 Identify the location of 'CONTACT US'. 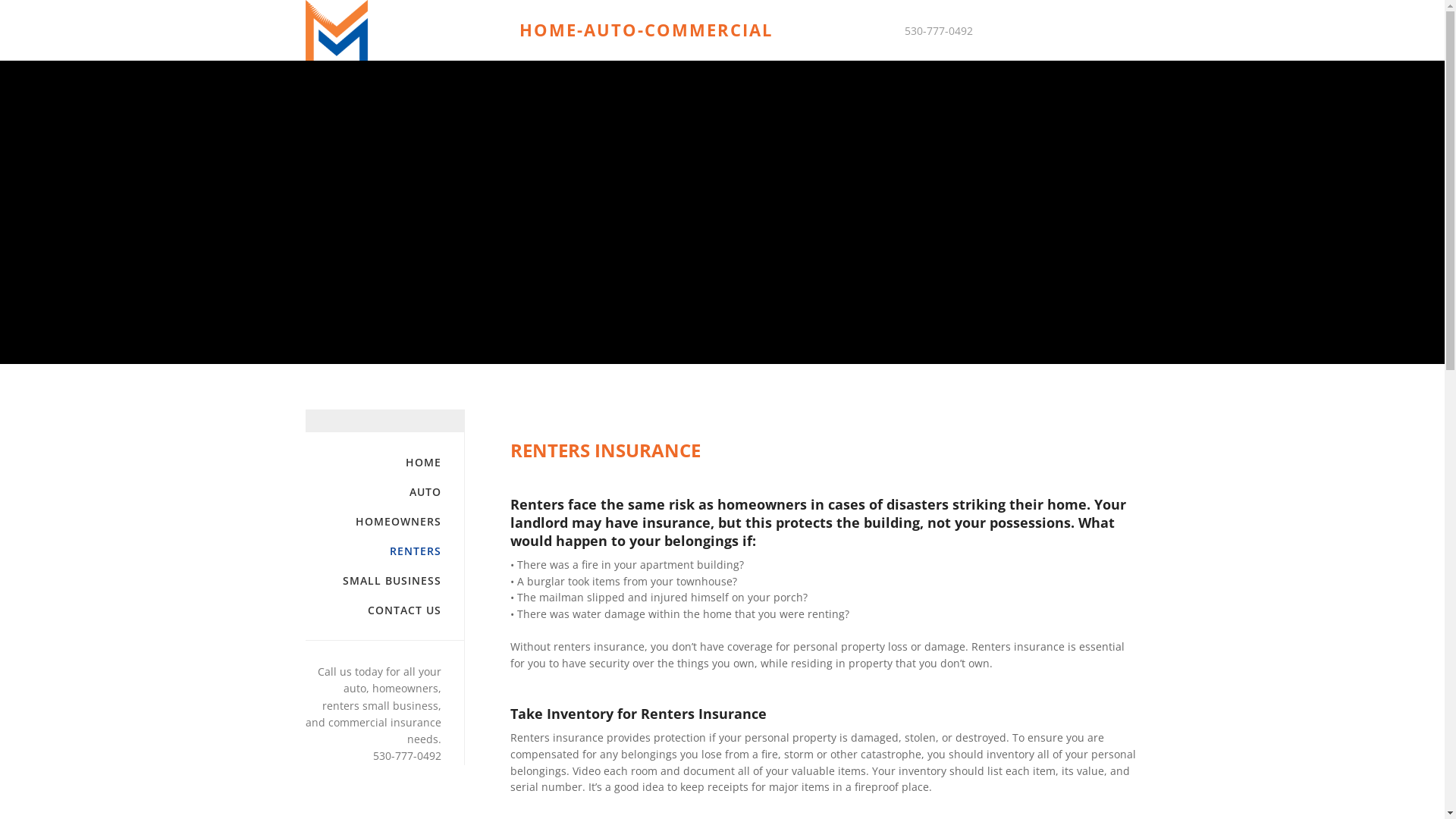
(372, 609).